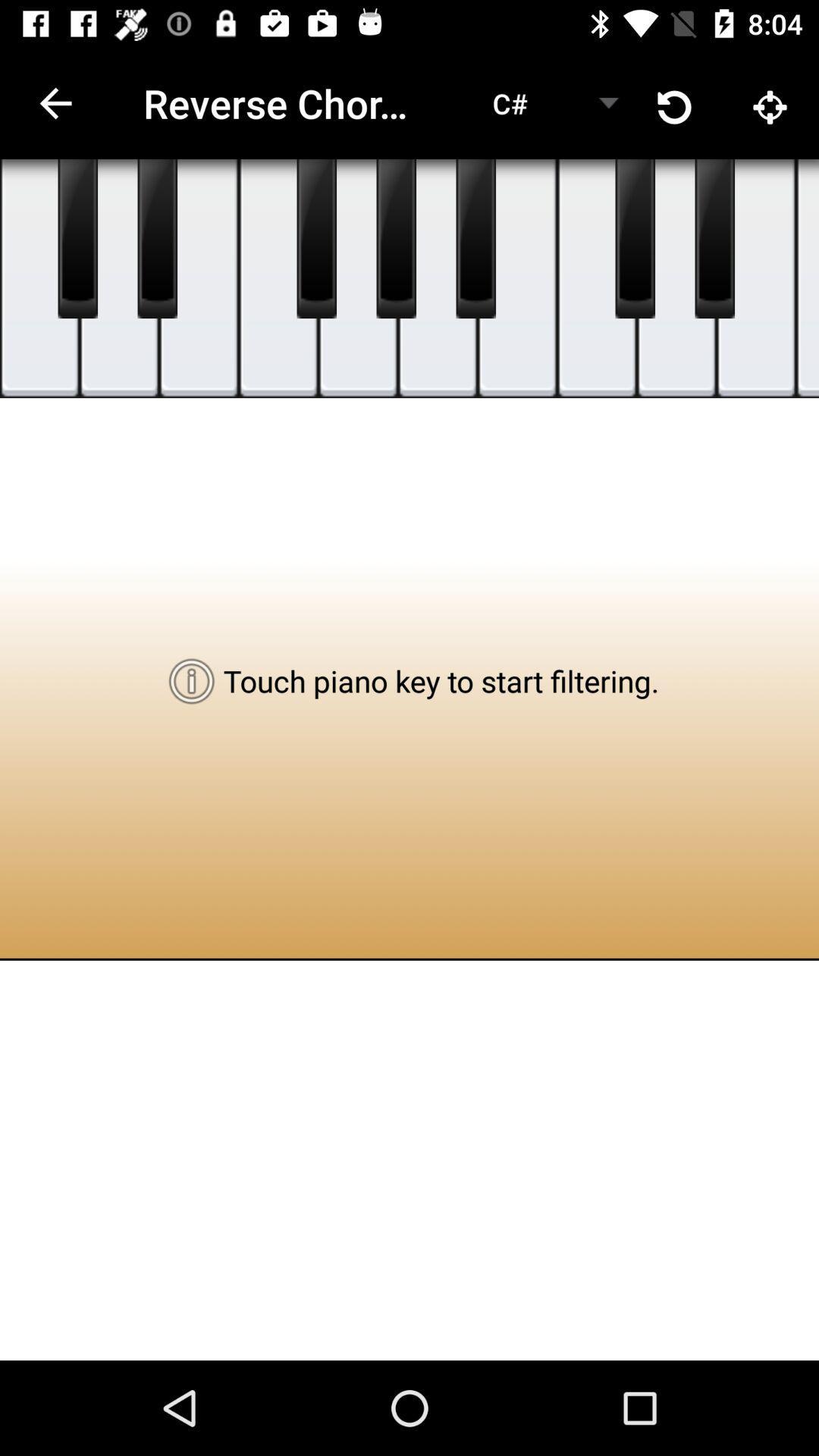 The image size is (819, 1456). What do you see at coordinates (806, 278) in the screenshot?
I see `piano key` at bounding box center [806, 278].